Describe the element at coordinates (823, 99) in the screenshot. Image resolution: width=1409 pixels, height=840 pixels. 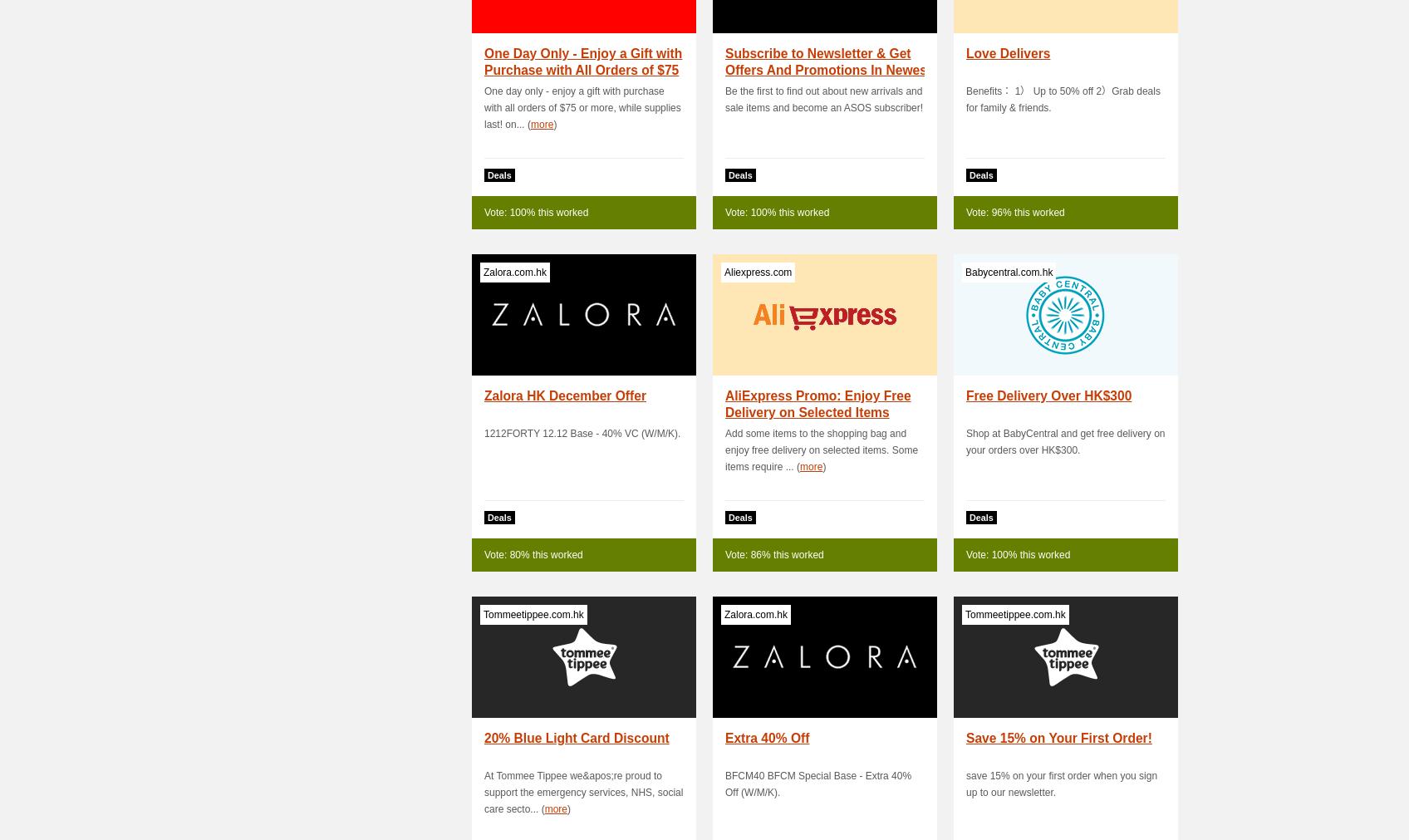
I see `'Be the first to find out about new arrivals and sale items and become an ASOS subscriber!'` at that location.